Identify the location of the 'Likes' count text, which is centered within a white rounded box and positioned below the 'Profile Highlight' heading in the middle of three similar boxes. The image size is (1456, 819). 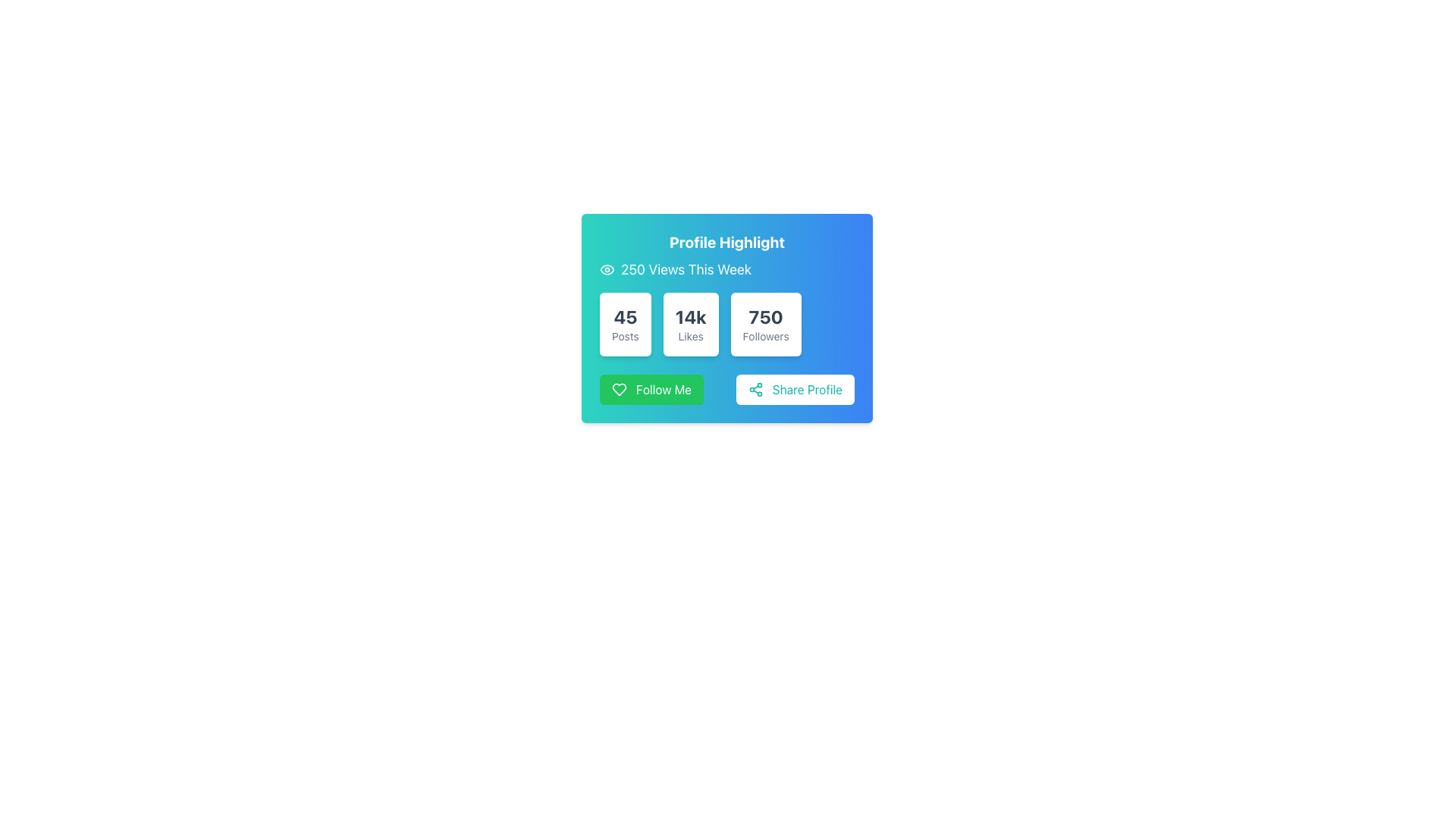
(690, 315).